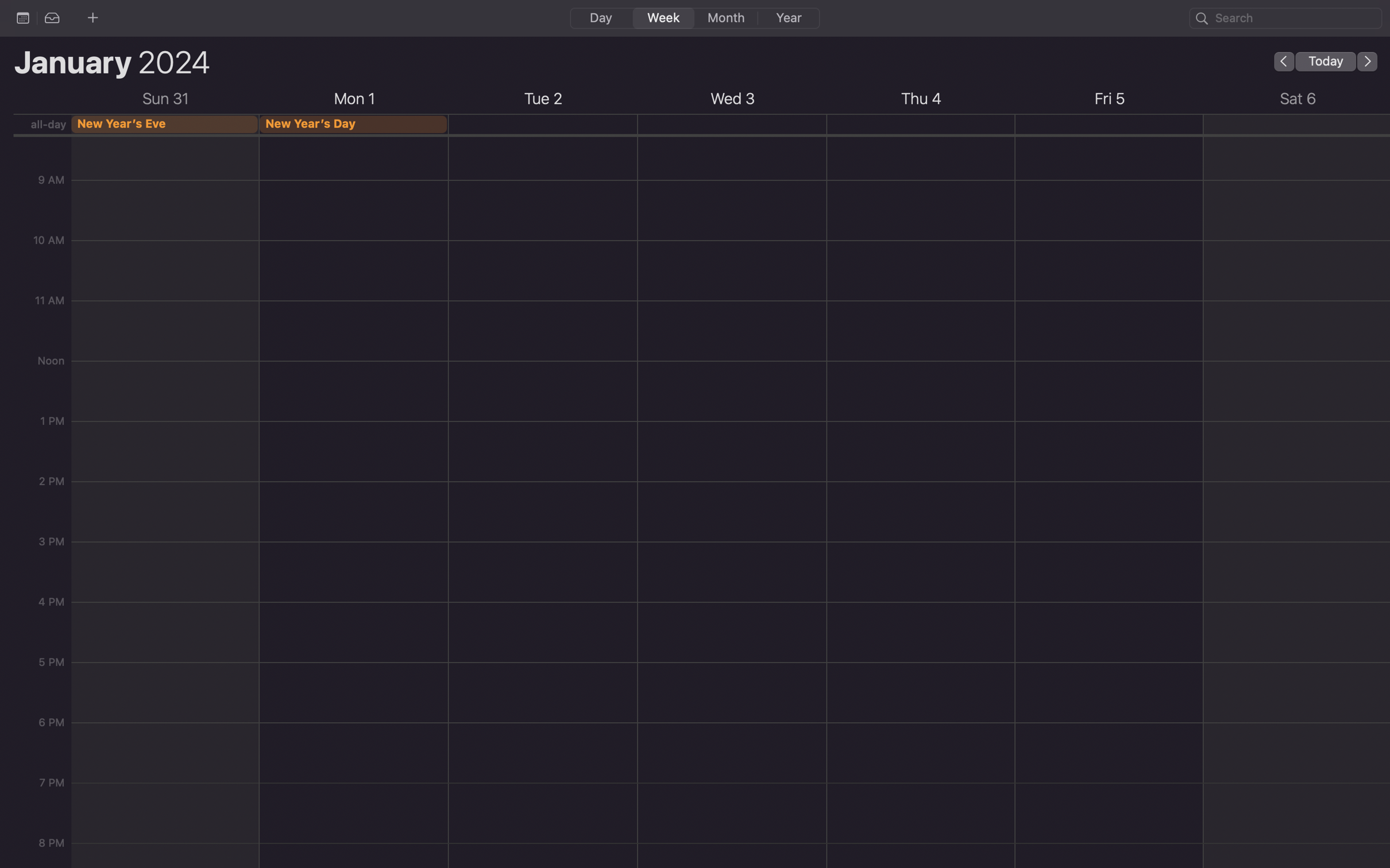 The height and width of the screenshot is (868, 1390). Describe the element at coordinates (542, 560) in the screenshot. I see `Schedule an event for 2 pm on coming Tuesday` at that location.